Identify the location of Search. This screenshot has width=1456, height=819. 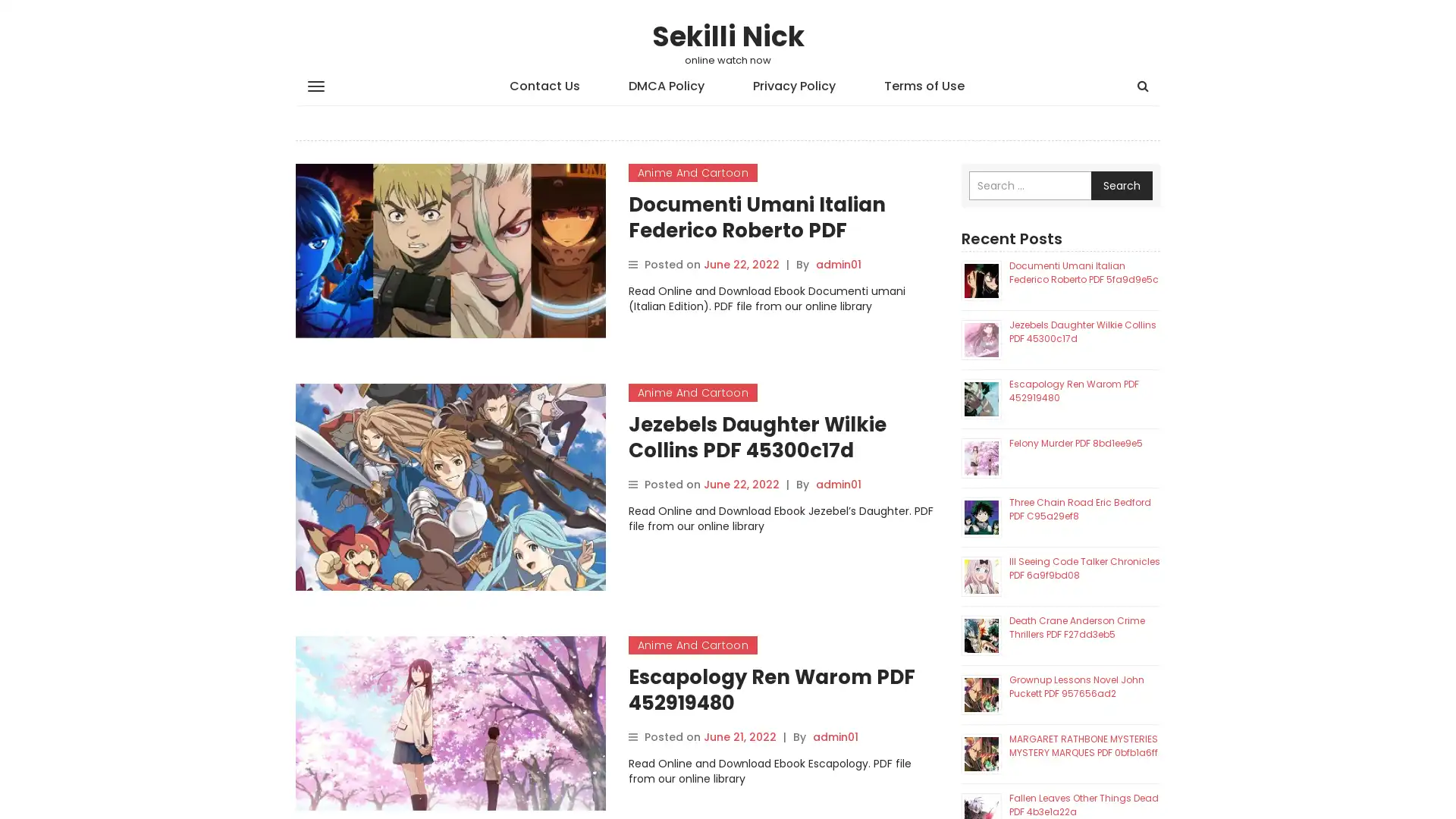
(1122, 185).